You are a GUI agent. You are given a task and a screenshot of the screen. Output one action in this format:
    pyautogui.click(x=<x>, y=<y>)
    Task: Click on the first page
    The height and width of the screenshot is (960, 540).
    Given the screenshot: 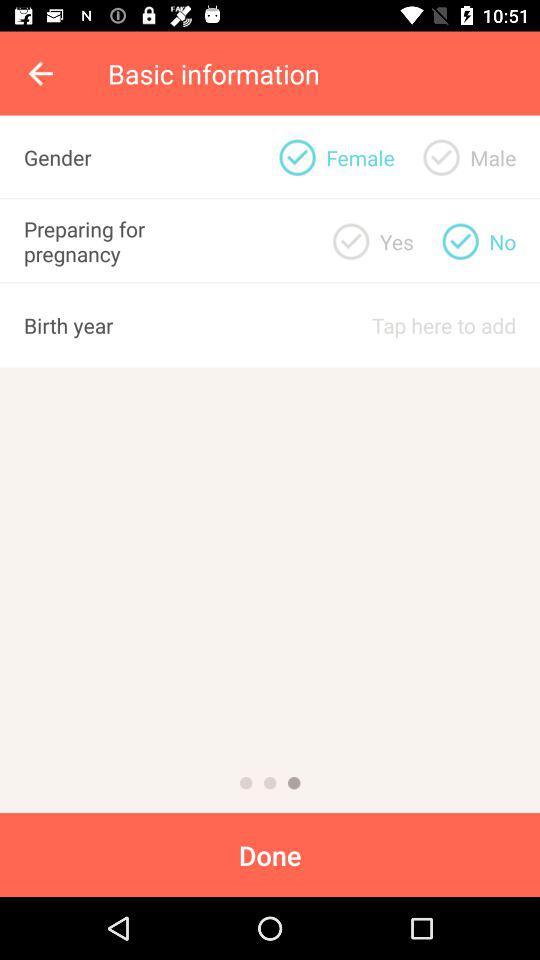 What is the action you would take?
    pyautogui.click(x=246, y=783)
    